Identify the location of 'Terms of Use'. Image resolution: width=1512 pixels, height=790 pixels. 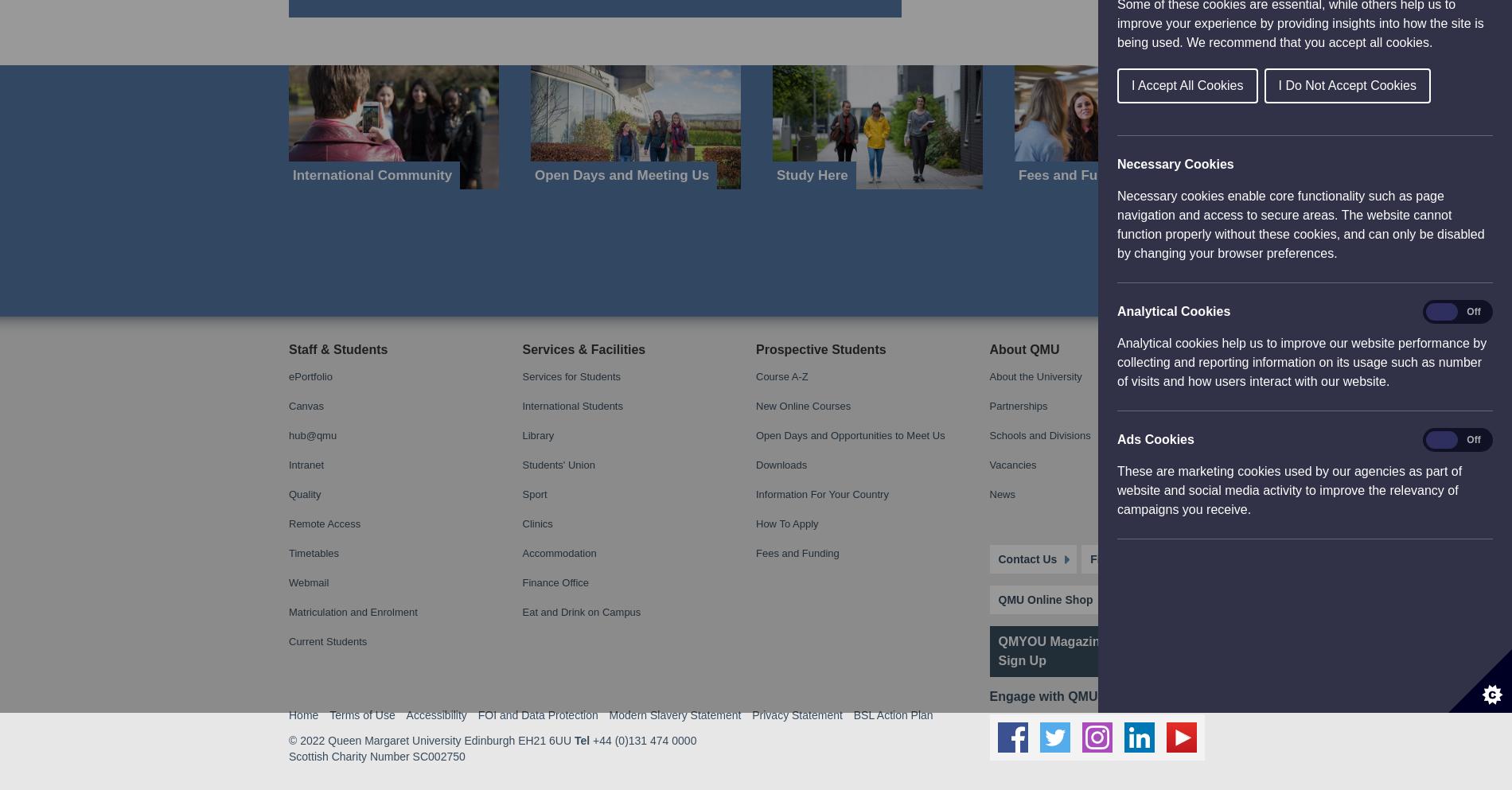
(361, 6).